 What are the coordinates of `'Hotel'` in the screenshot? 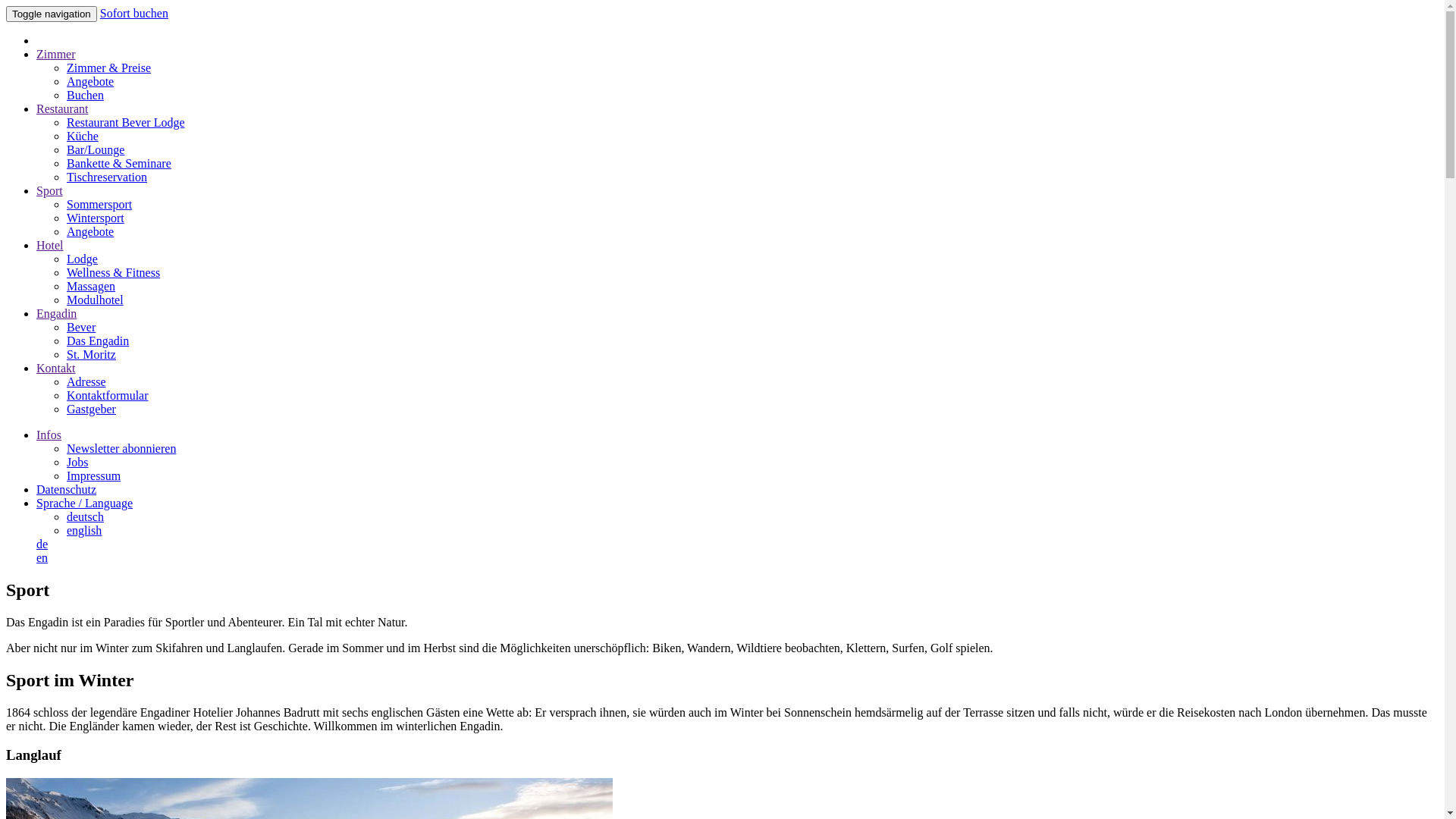 It's located at (50, 244).